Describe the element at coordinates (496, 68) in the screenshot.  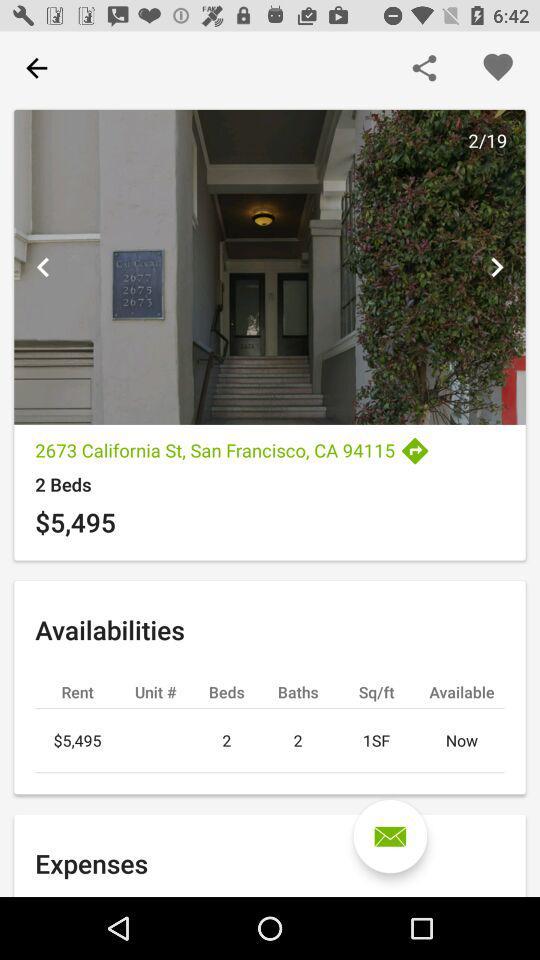
I see `button` at that location.